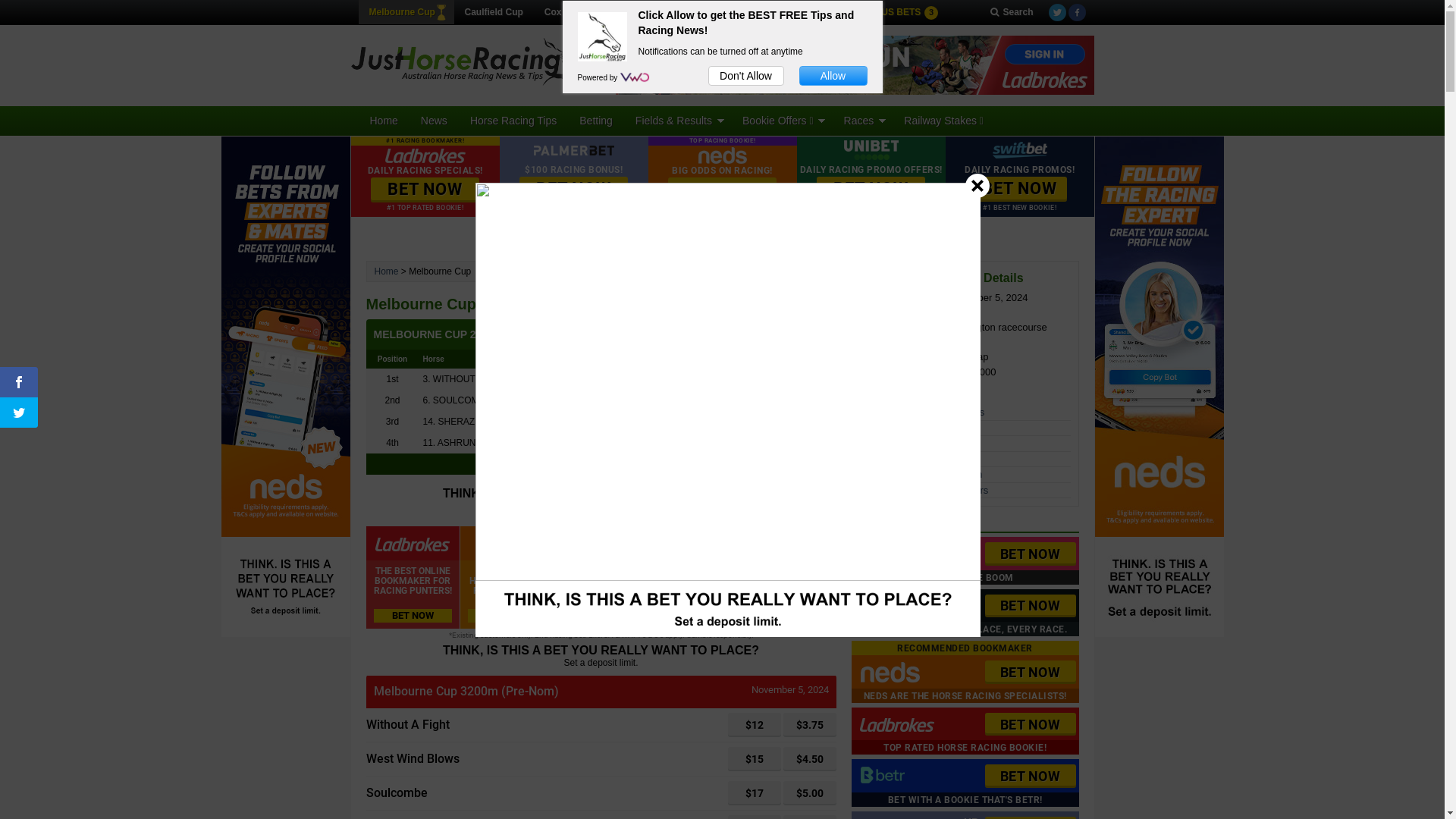  What do you see at coordinates (433, 119) in the screenshot?
I see `'News'` at bounding box center [433, 119].